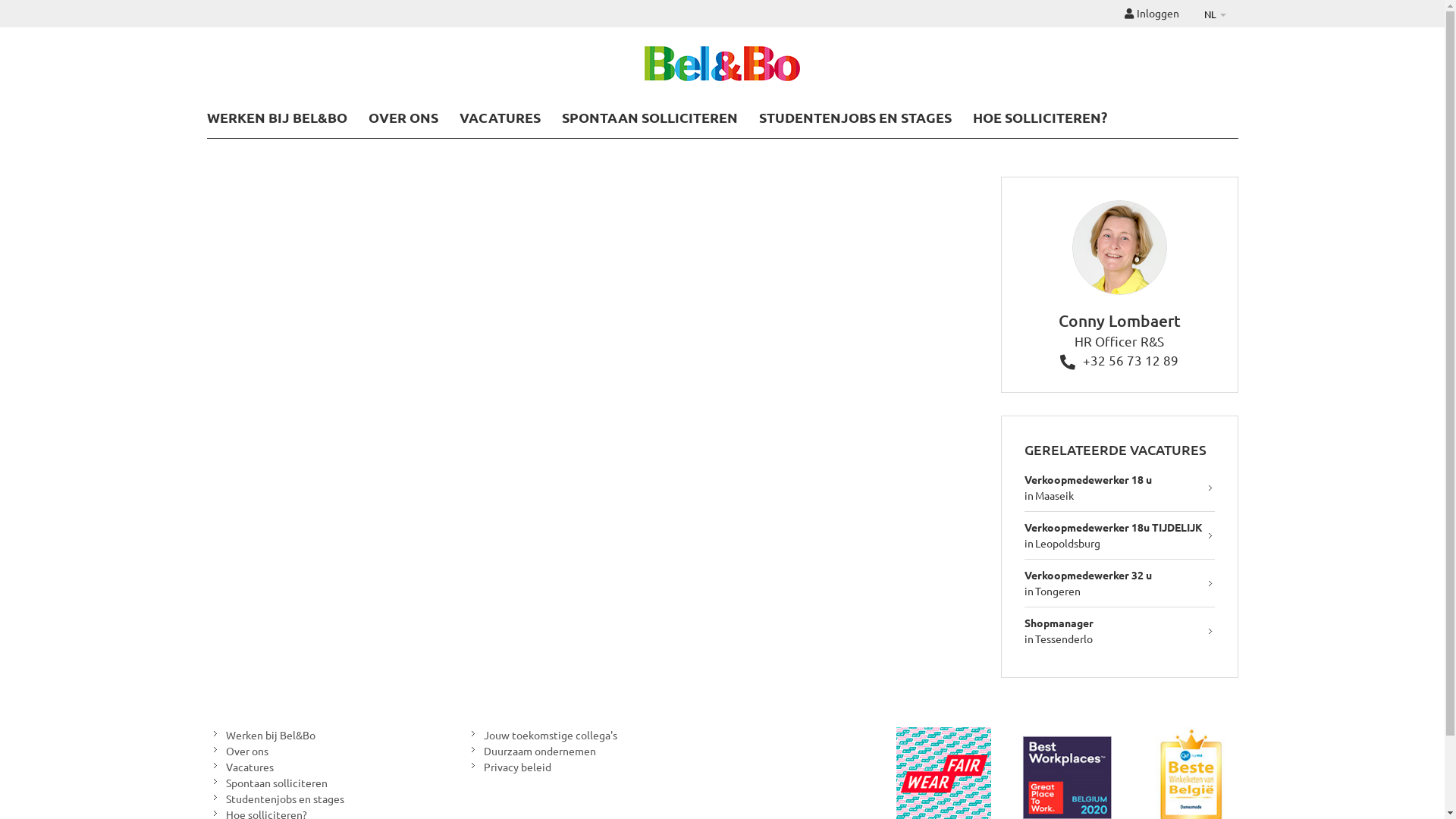  I want to click on 'VACATURES', so click(458, 116).